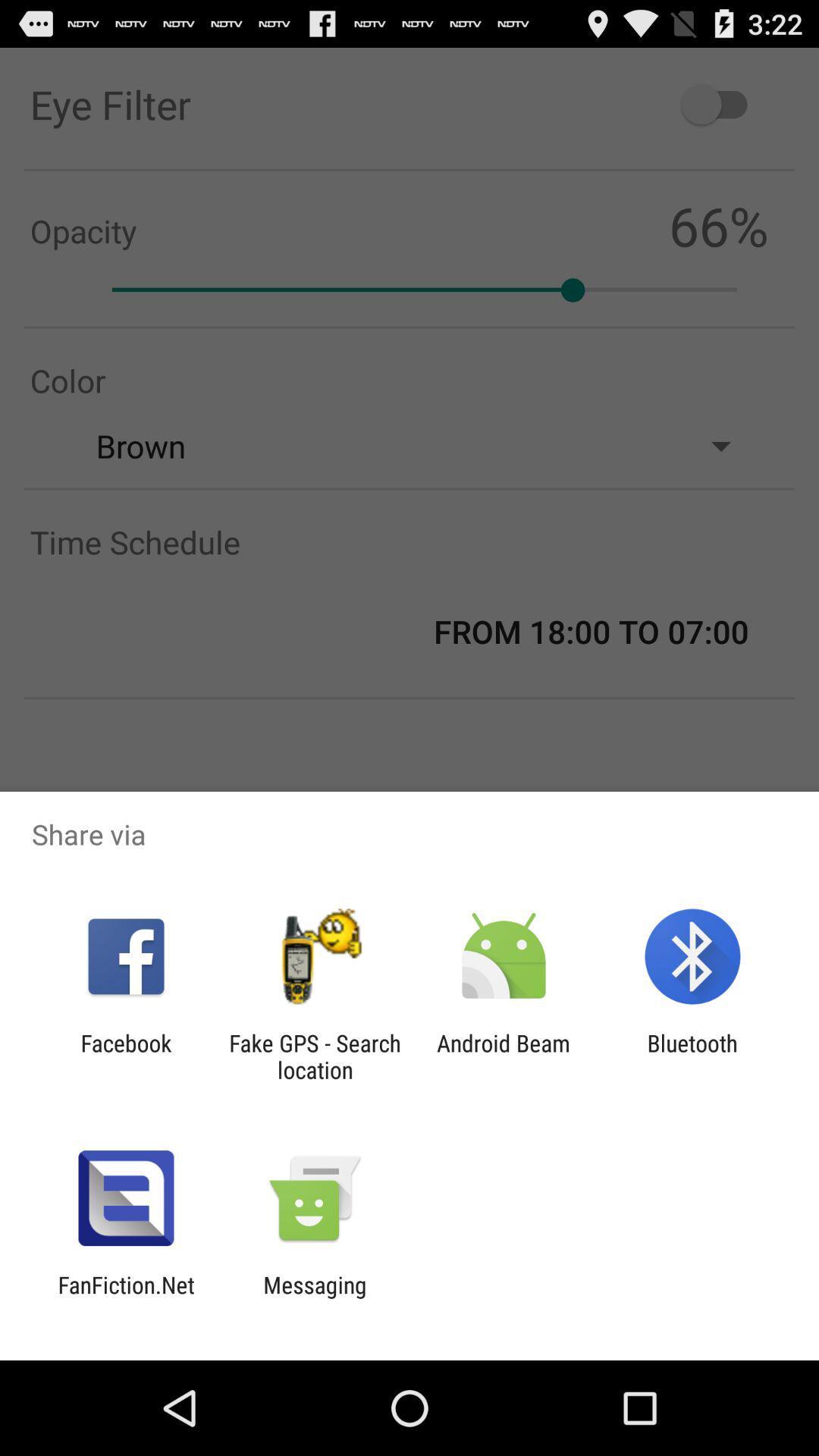 The width and height of the screenshot is (819, 1456). What do you see at coordinates (314, 1056) in the screenshot?
I see `item to the right of the facebook item` at bounding box center [314, 1056].